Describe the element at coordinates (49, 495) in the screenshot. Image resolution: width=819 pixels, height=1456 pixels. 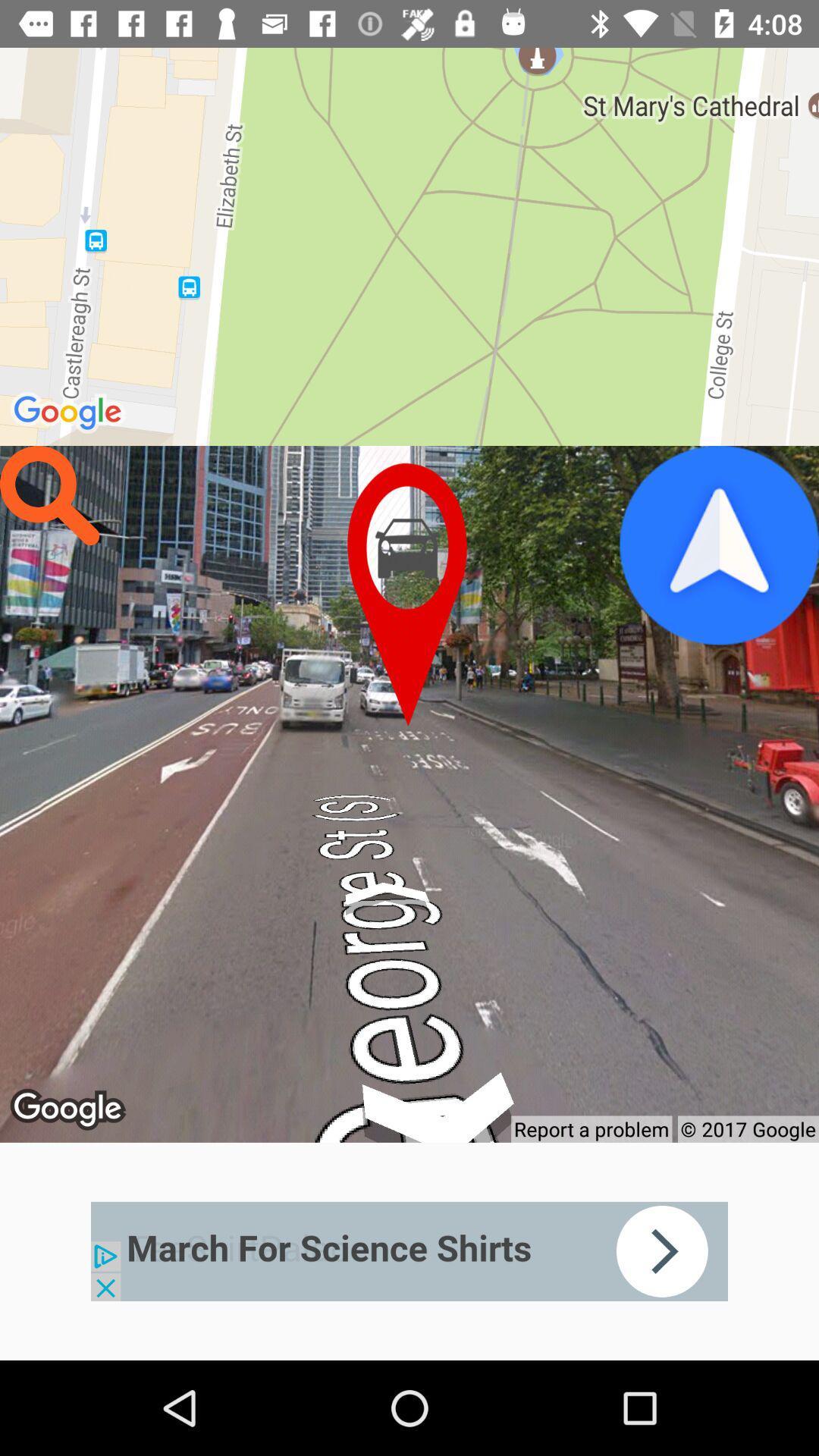
I see `search box` at that location.